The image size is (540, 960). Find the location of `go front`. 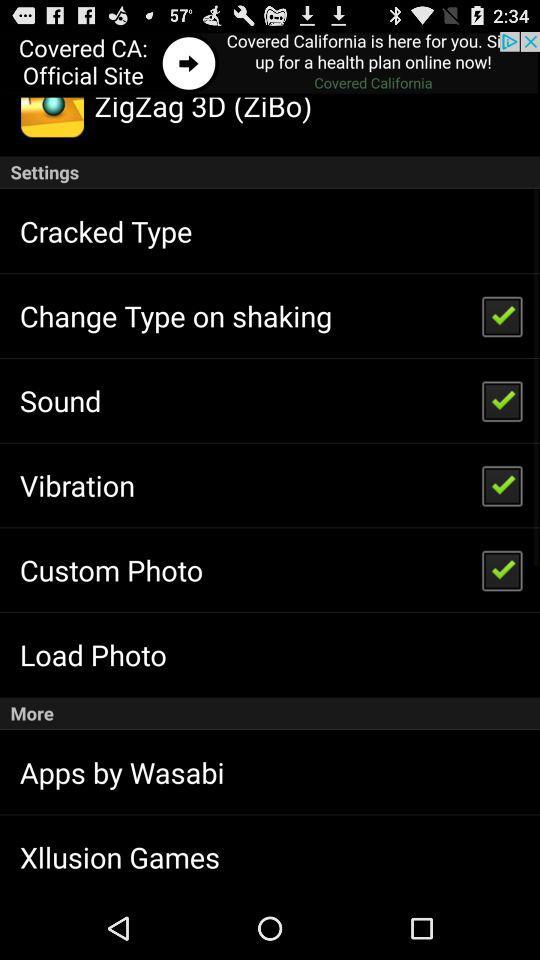

go front is located at coordinates (270, 64).